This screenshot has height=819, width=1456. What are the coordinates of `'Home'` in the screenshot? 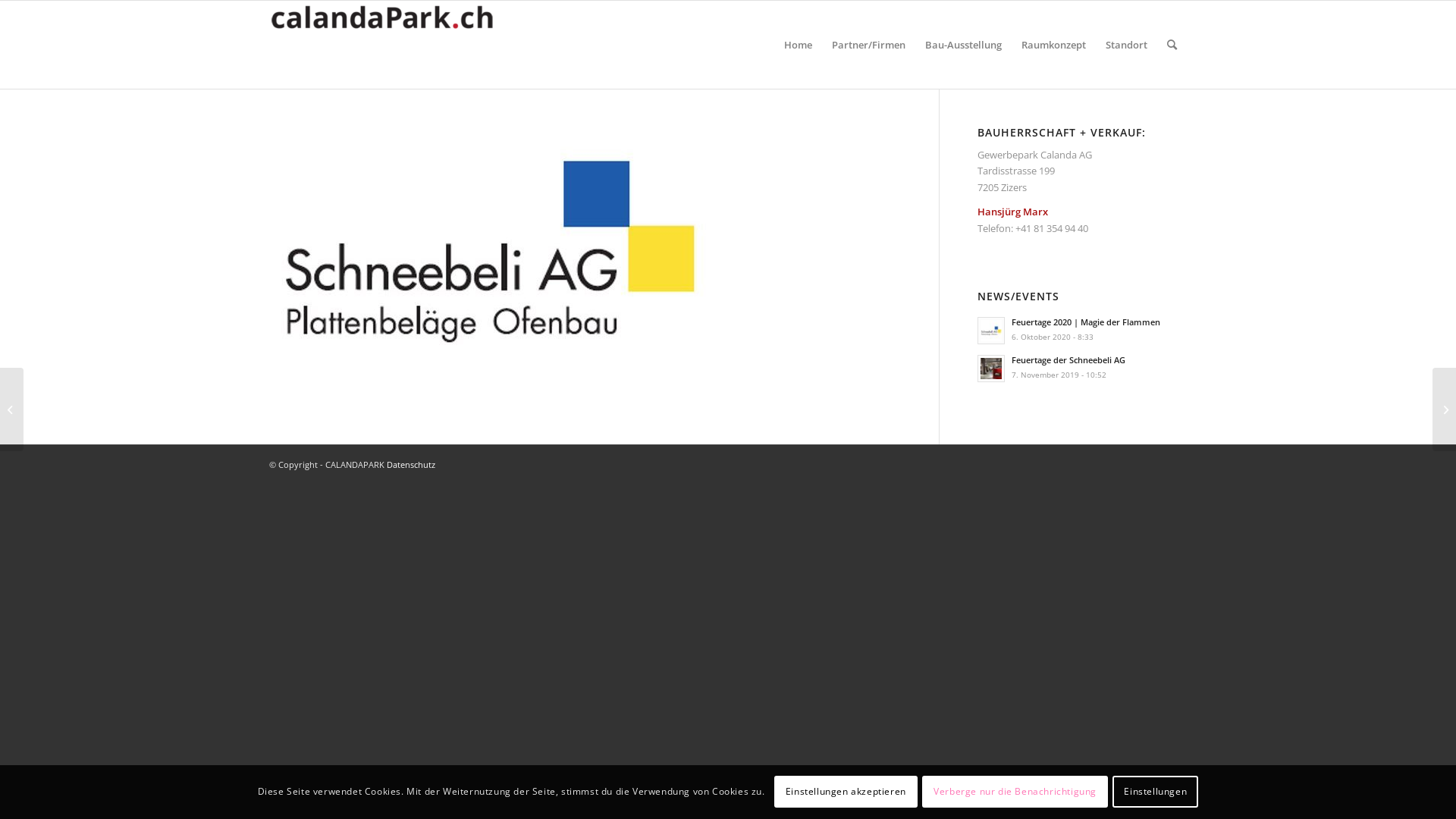 It's located at (797, 43).